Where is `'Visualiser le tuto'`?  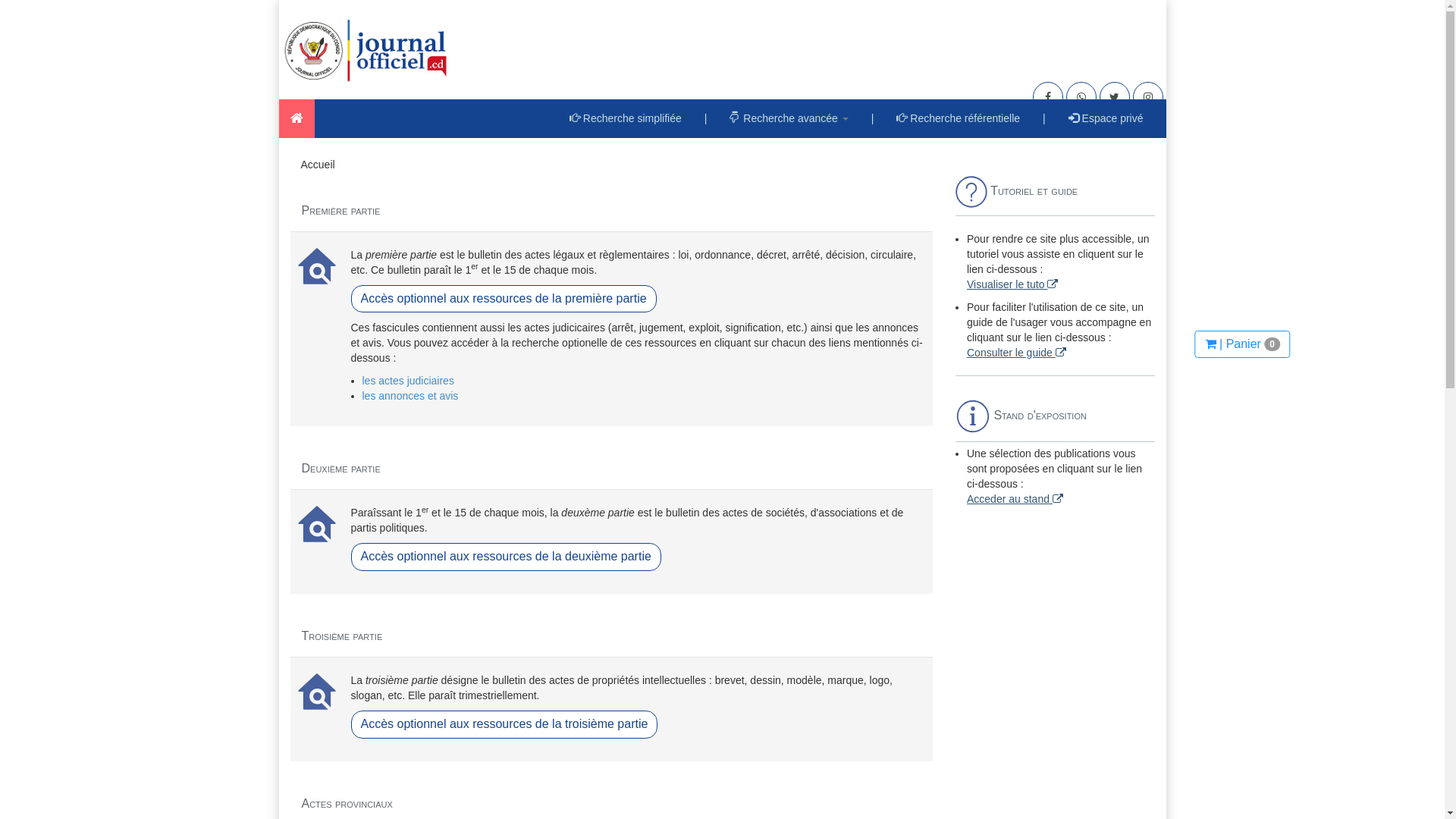 'Visualiser le tuto' is located at coordinates (1012, 284).